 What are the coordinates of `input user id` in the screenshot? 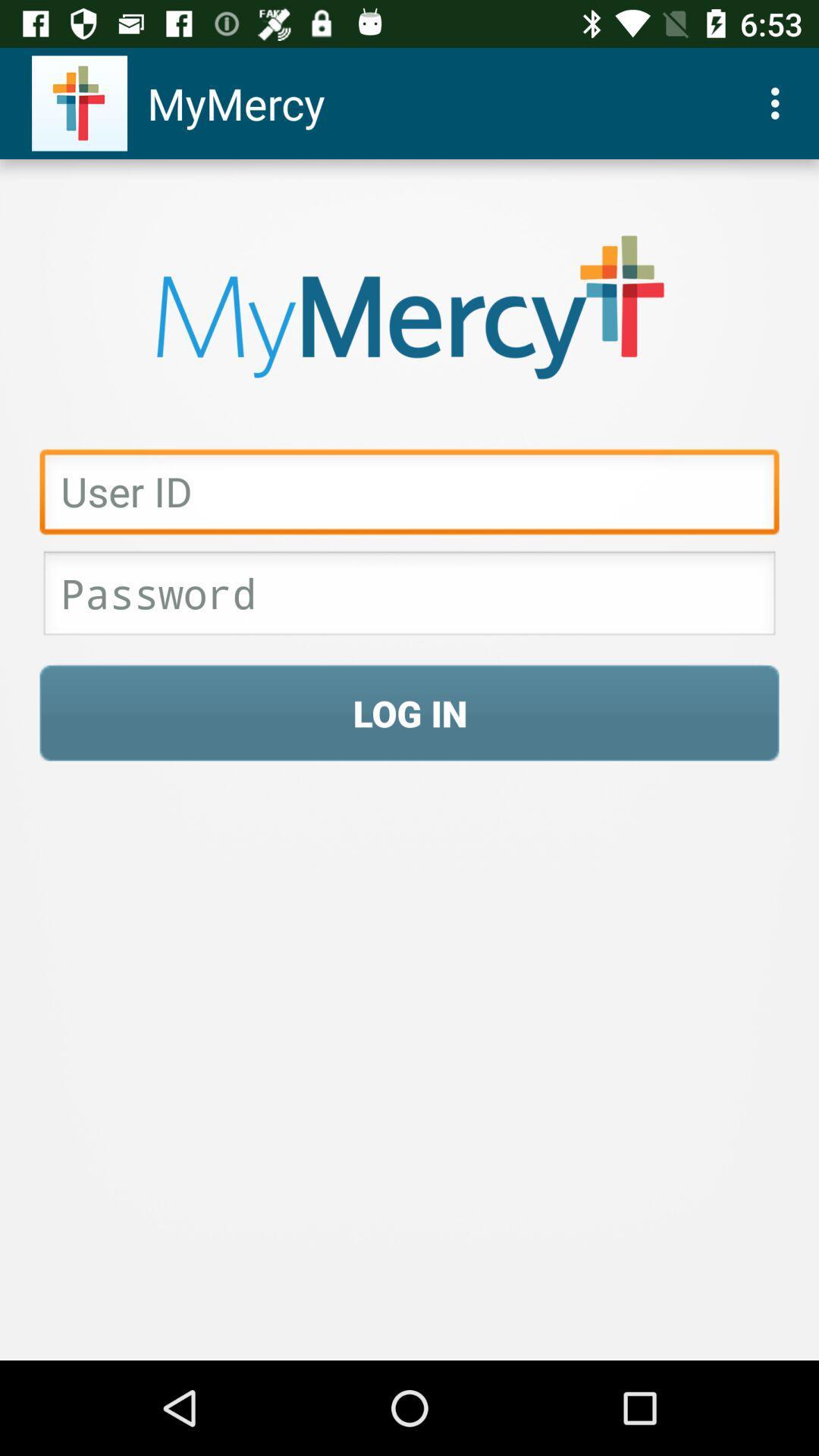 It's located at (409, 495).